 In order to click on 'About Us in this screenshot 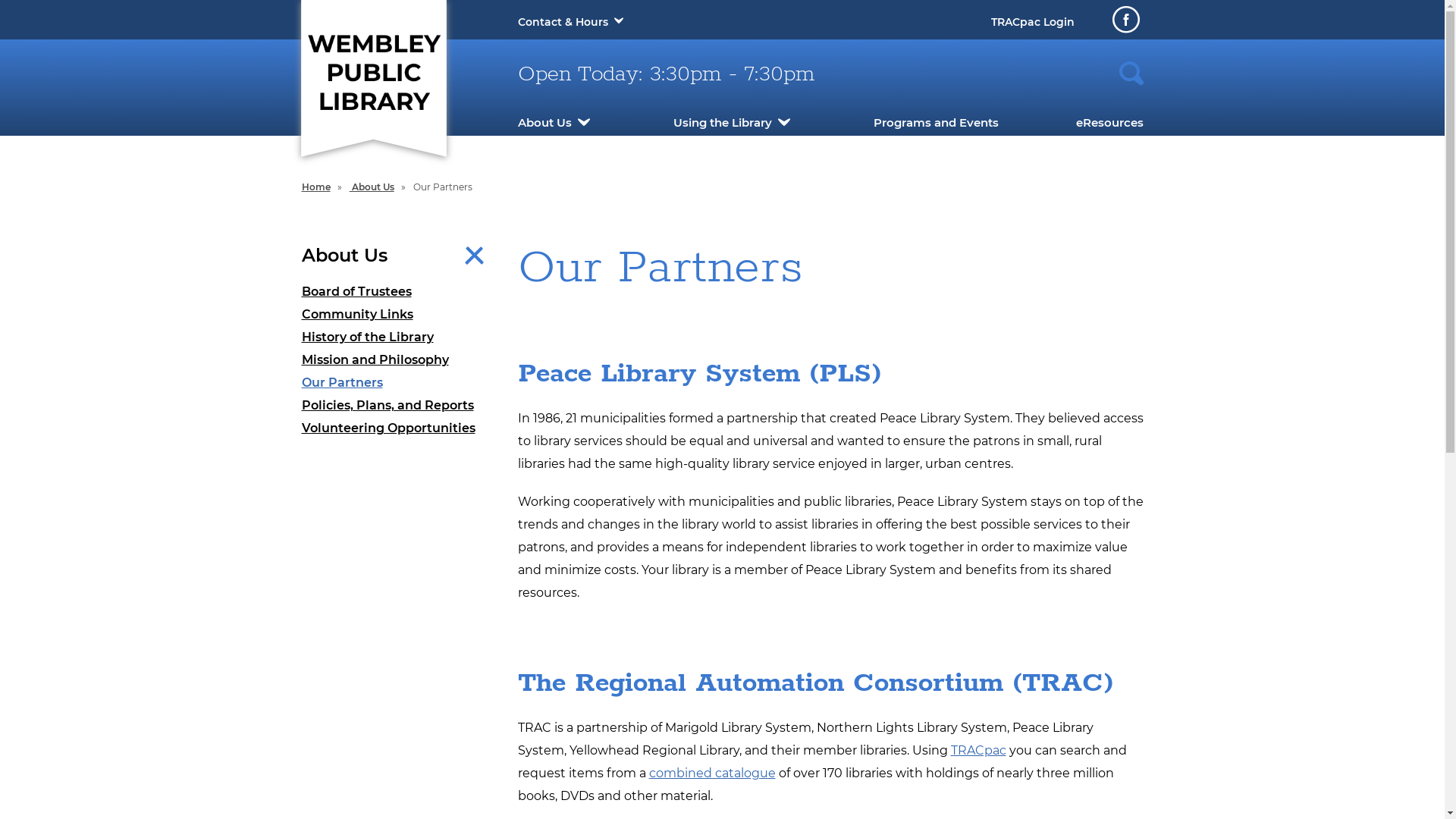, I will do `click(398, 254)`.